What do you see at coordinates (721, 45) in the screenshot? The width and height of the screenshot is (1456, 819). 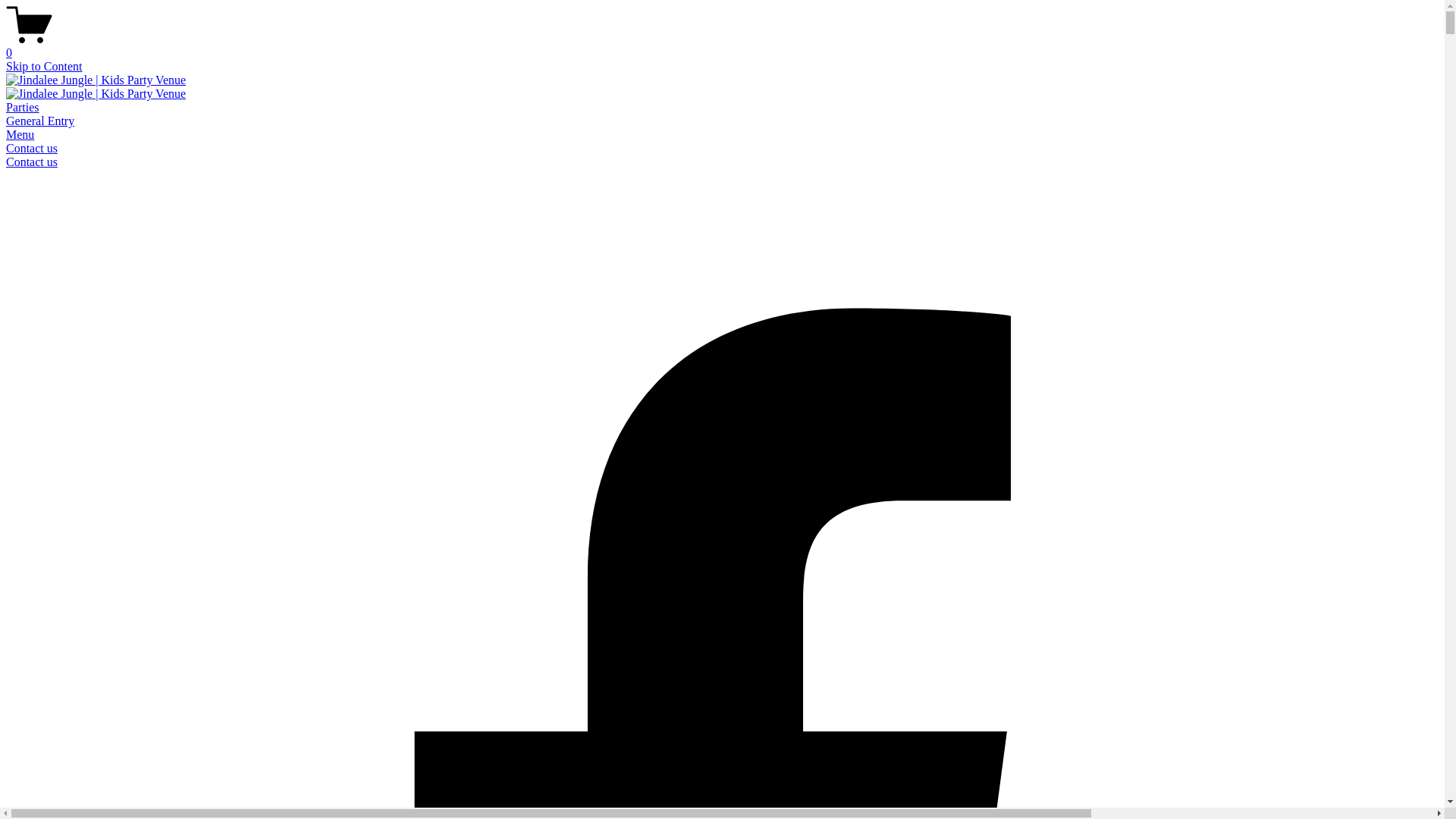 I see `'0'` at bounding box center [721, 45].